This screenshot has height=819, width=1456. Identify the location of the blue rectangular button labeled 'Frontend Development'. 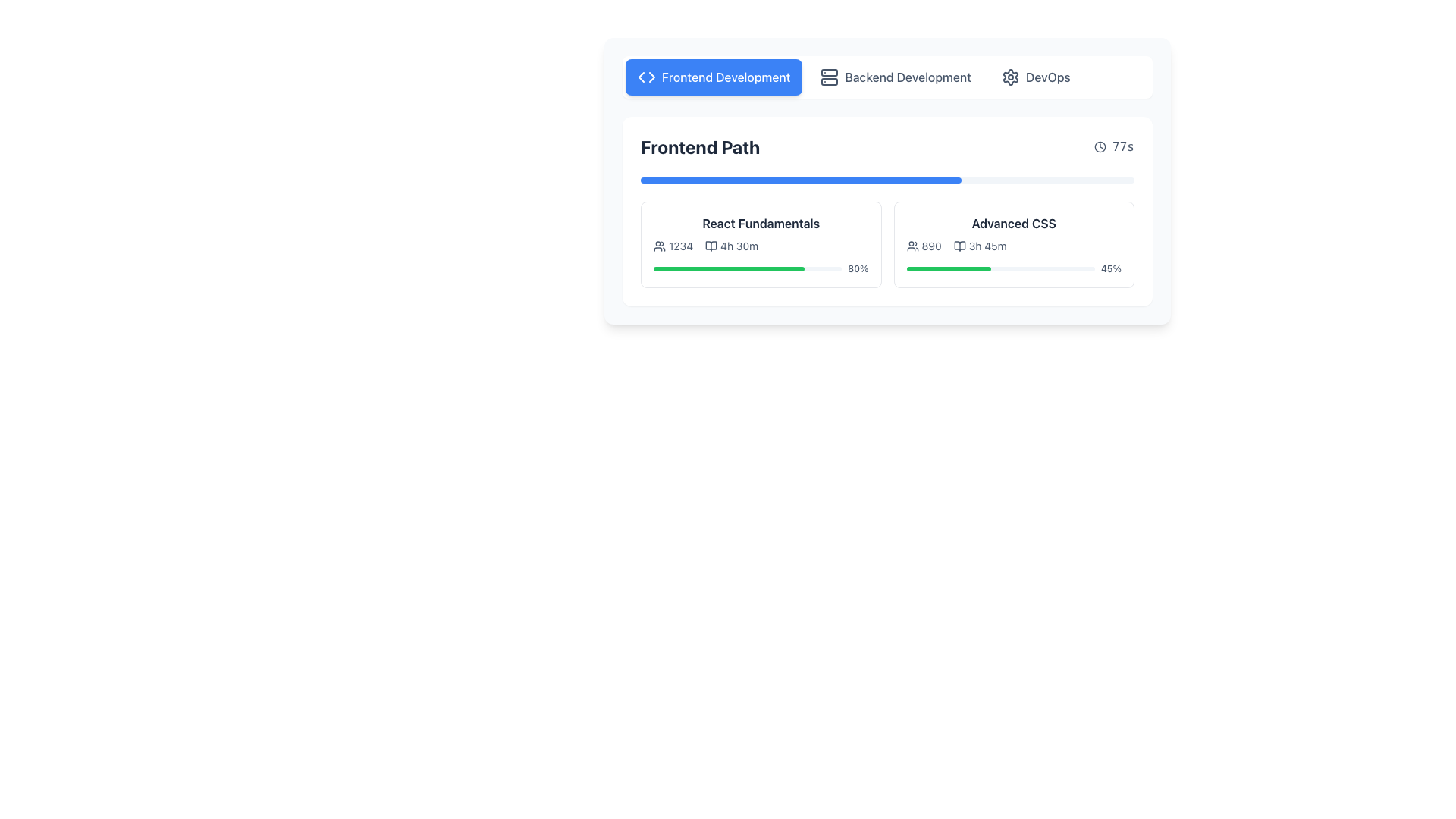
(713, 77).